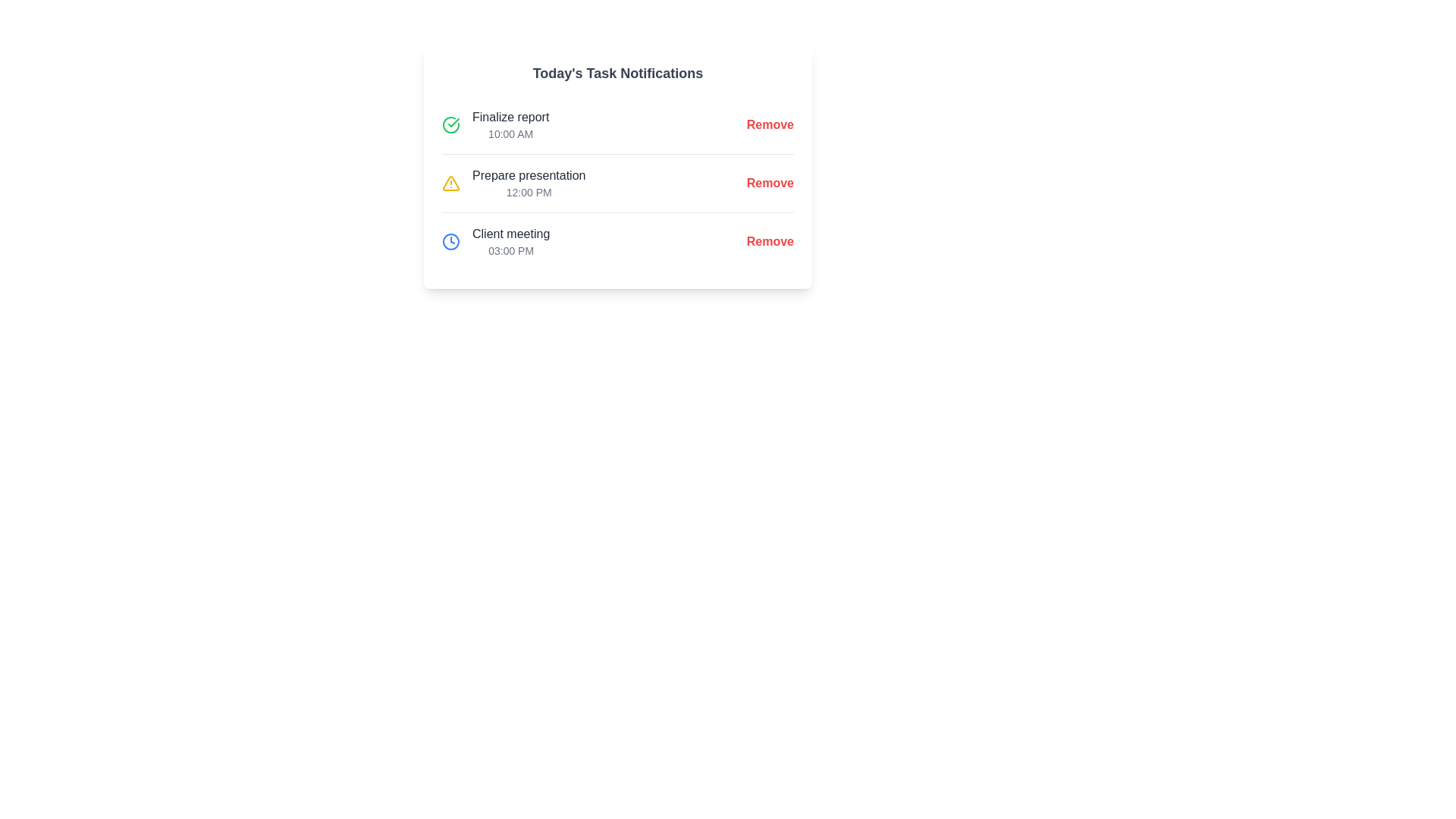 The height and width of the screenshot is (819, 1456). Describe the element at coordinates (450, 183) in the screenshot. I see `the warning indicator icon associated with the 'Prepare presentation' notification to interact with it` at that location.